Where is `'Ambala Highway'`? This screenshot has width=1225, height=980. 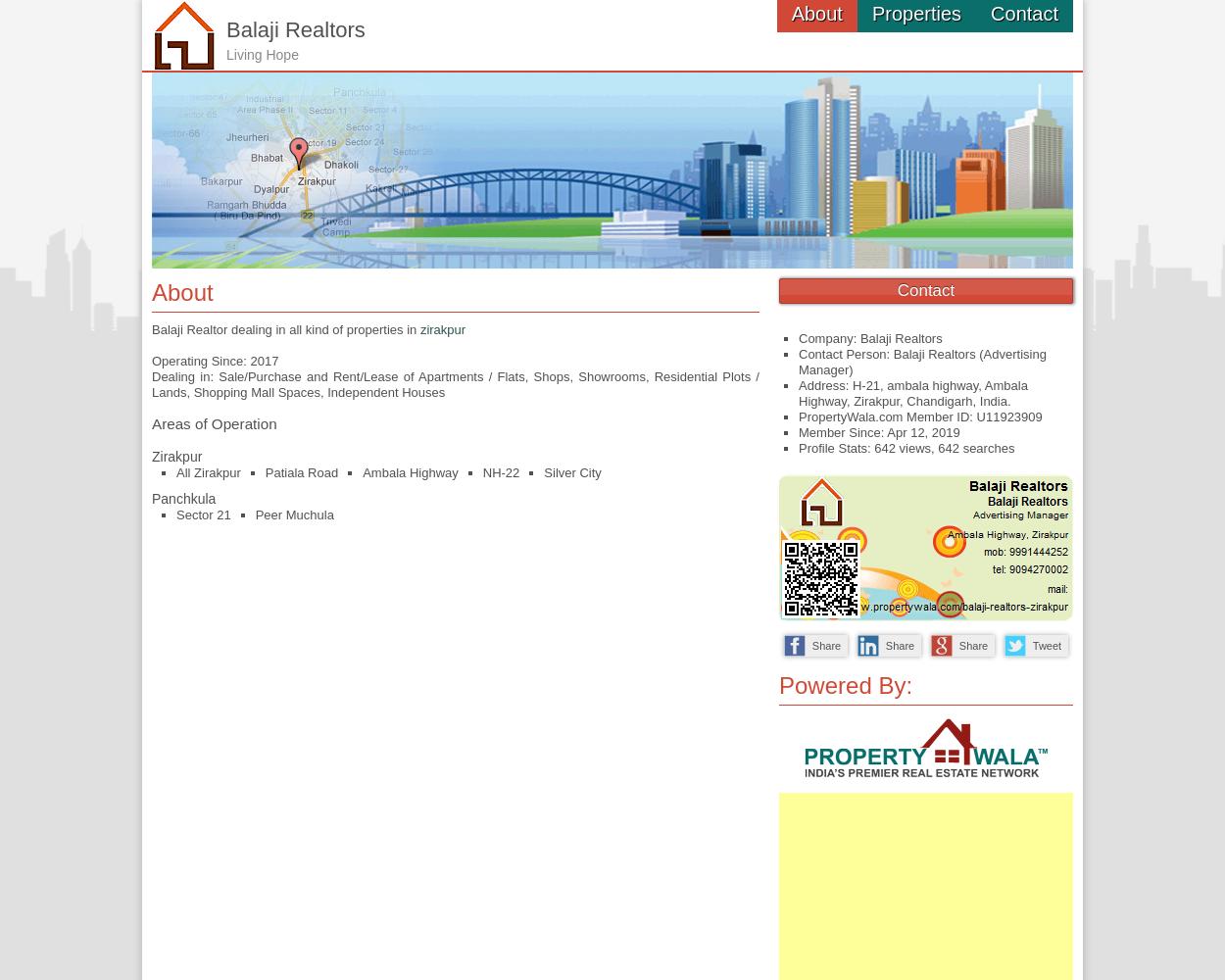
'Ambala Highway' is located at coordinates (410, 470).